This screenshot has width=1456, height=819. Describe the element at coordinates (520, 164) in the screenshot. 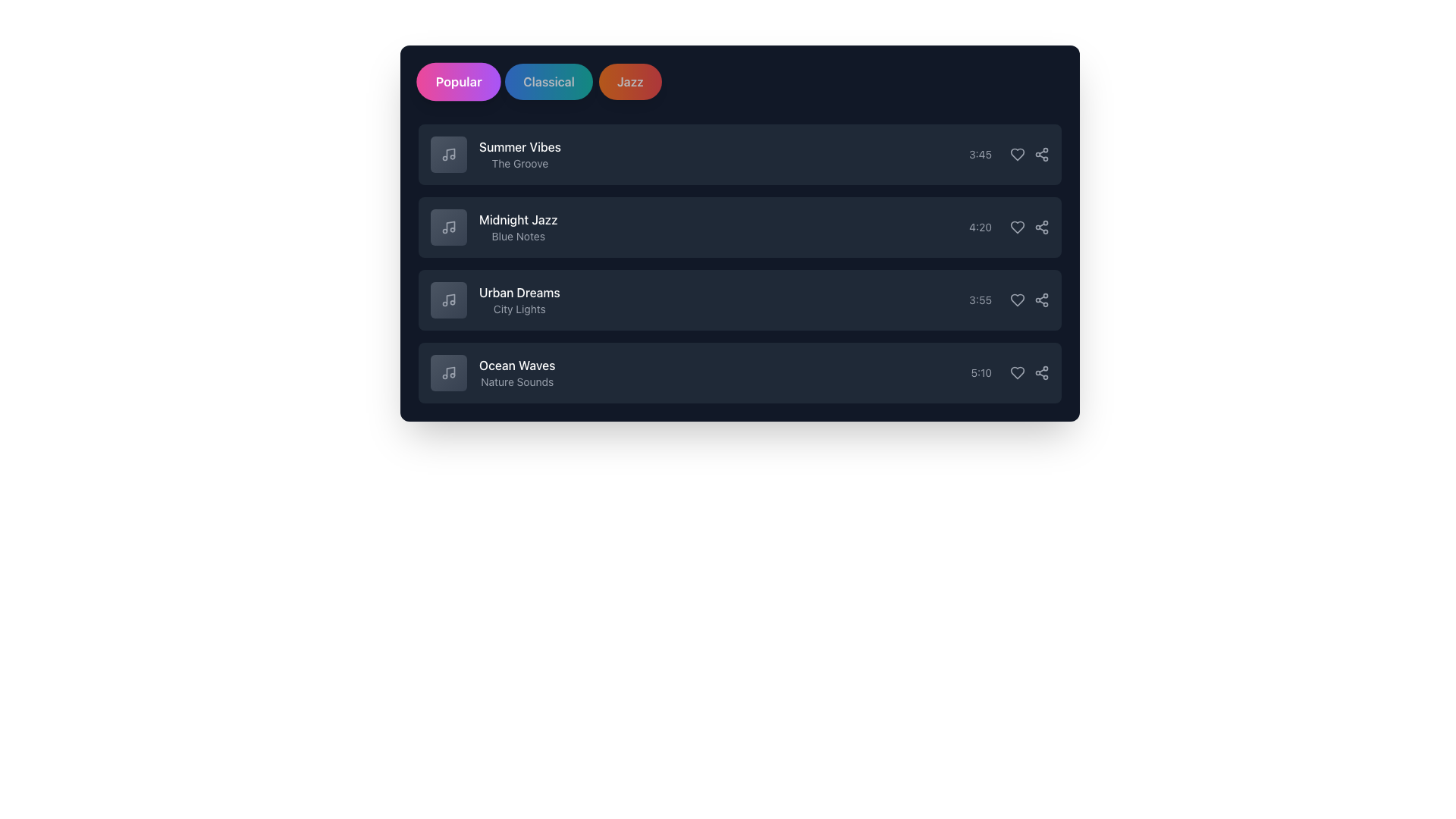

I see `the text label displaying 'The Groove' in a small gray font, located below 'Summer Vibes' in the music playlist interface` at that location.